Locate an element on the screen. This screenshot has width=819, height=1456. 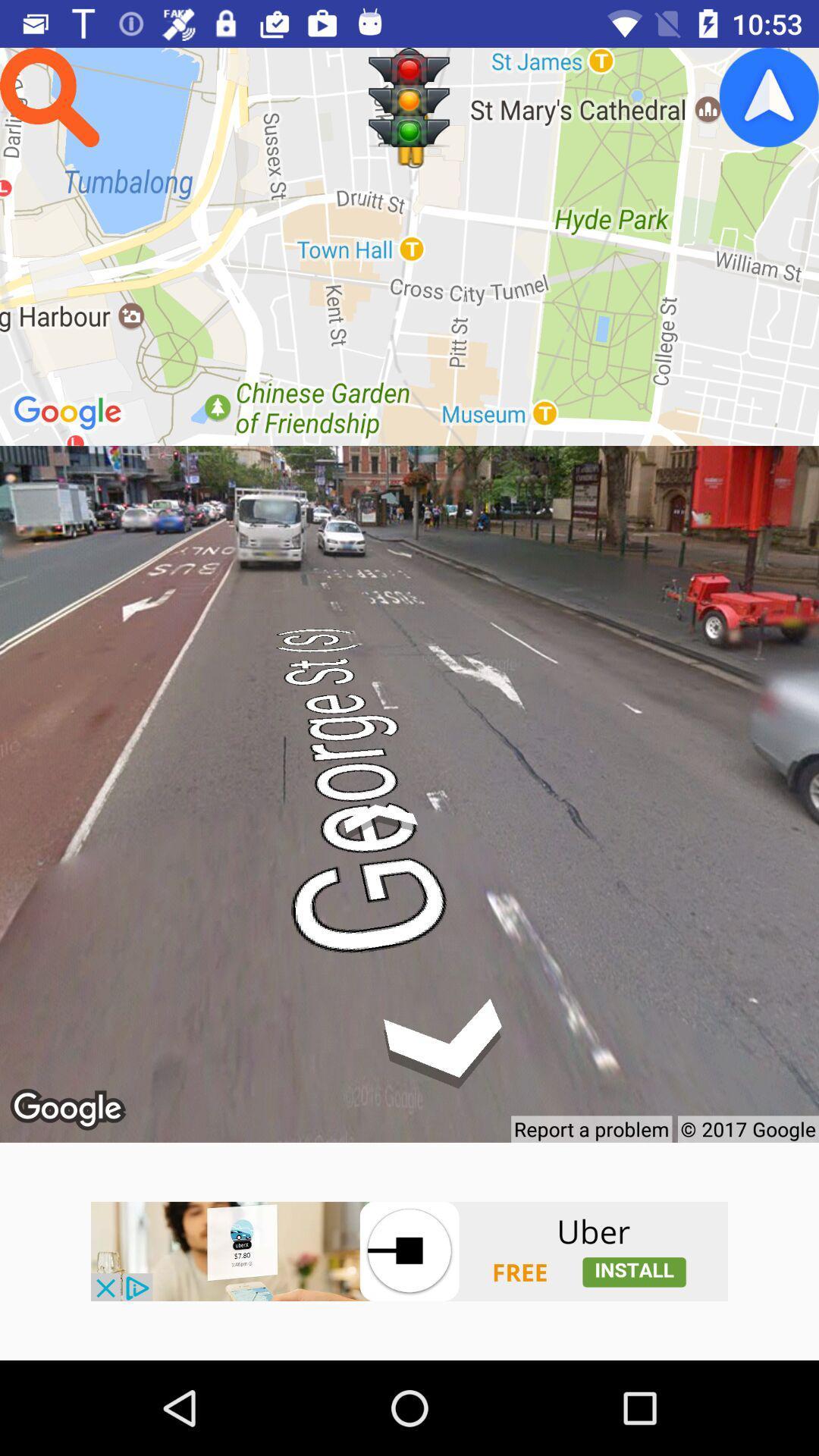
advertisement page is located at coordinates (409, 1251).